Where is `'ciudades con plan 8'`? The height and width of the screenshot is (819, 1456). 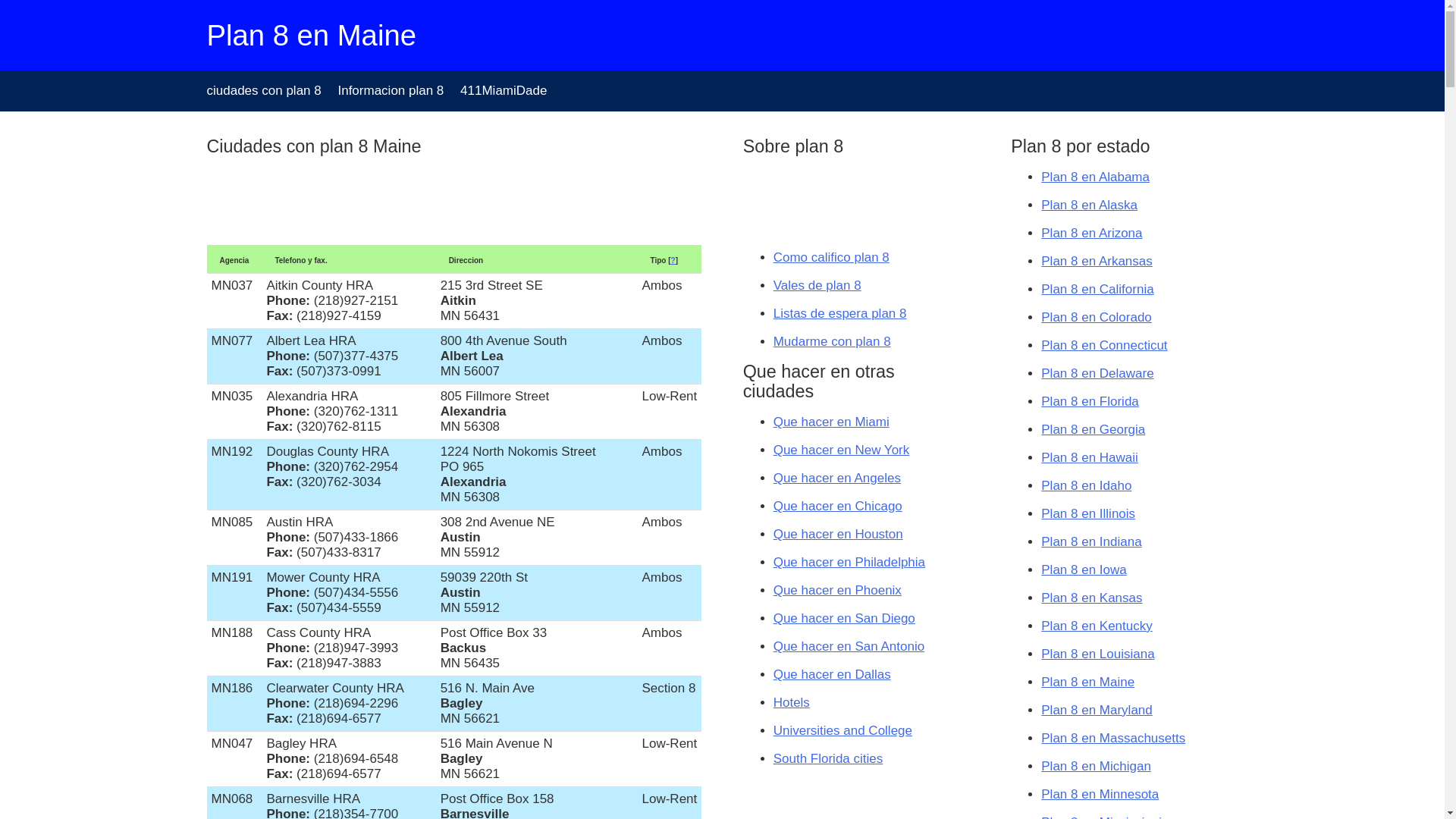
'ciudades con plan 8' is located at coordinates (263, 90).